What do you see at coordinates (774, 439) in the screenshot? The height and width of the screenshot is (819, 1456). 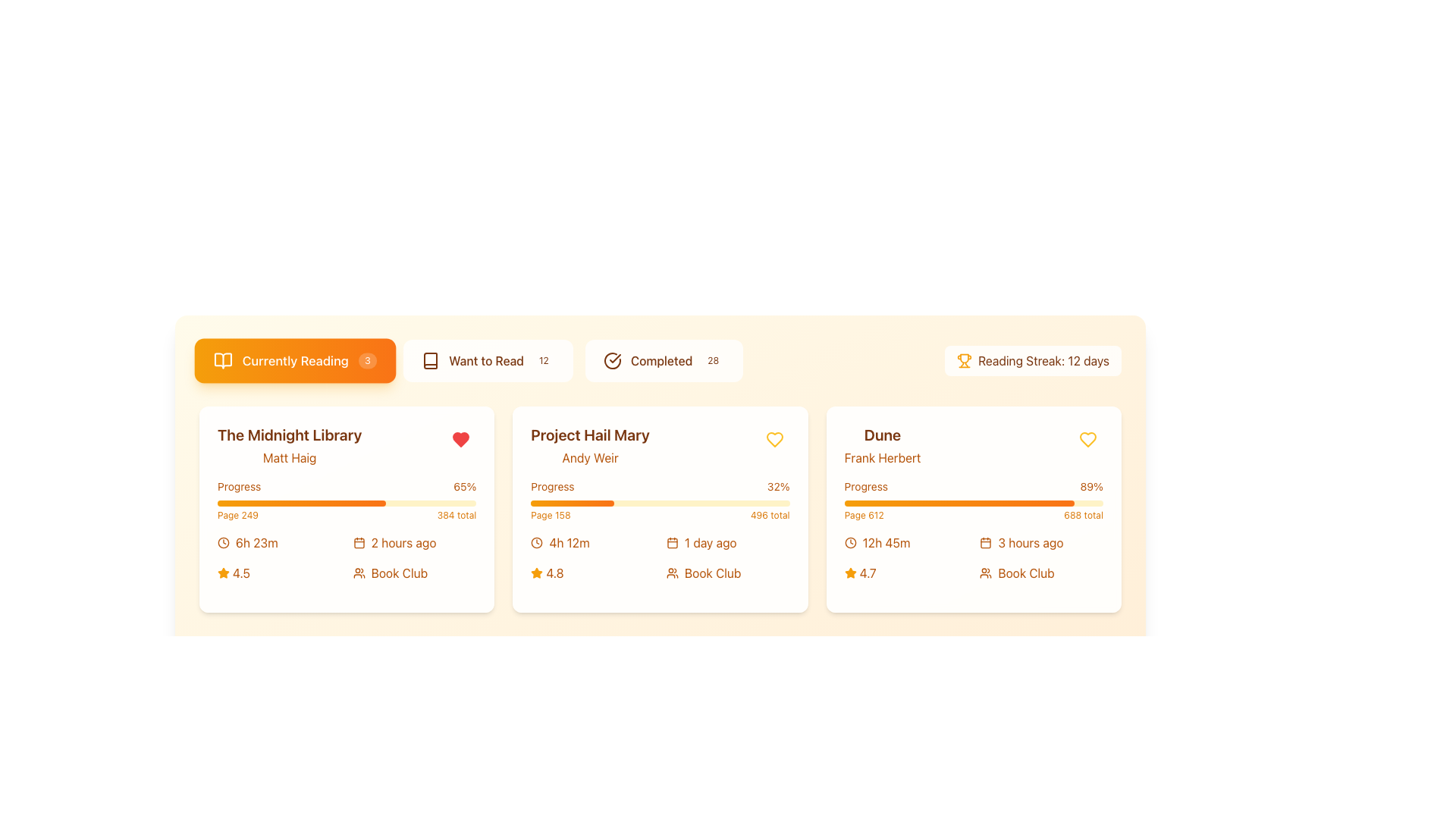 I see `the heart-shaped icon in the top-right corner of the 'Dune' book card to mark it as a favorite` at bounding box center [774, 439].